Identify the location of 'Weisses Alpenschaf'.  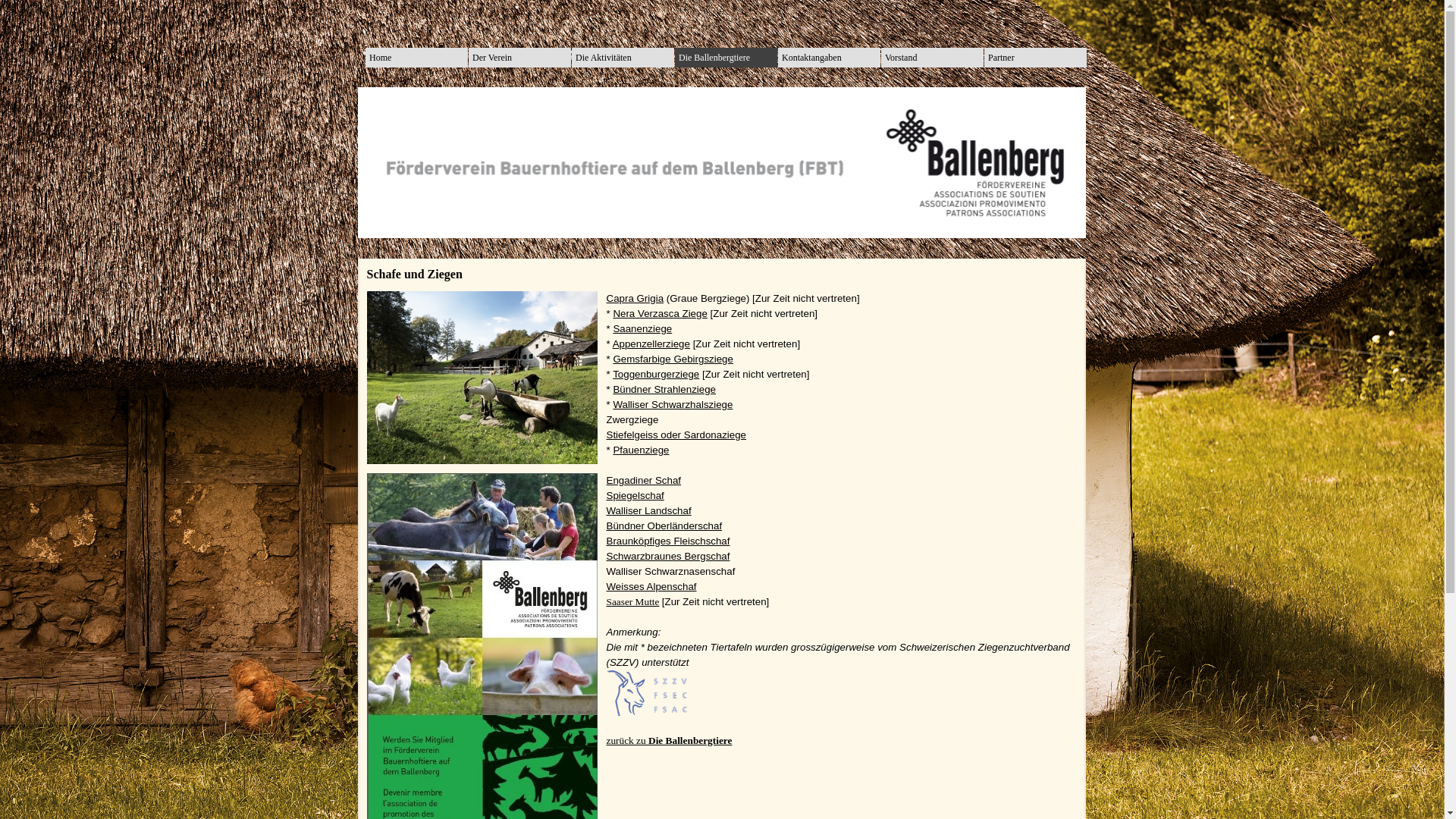
(651, 585).